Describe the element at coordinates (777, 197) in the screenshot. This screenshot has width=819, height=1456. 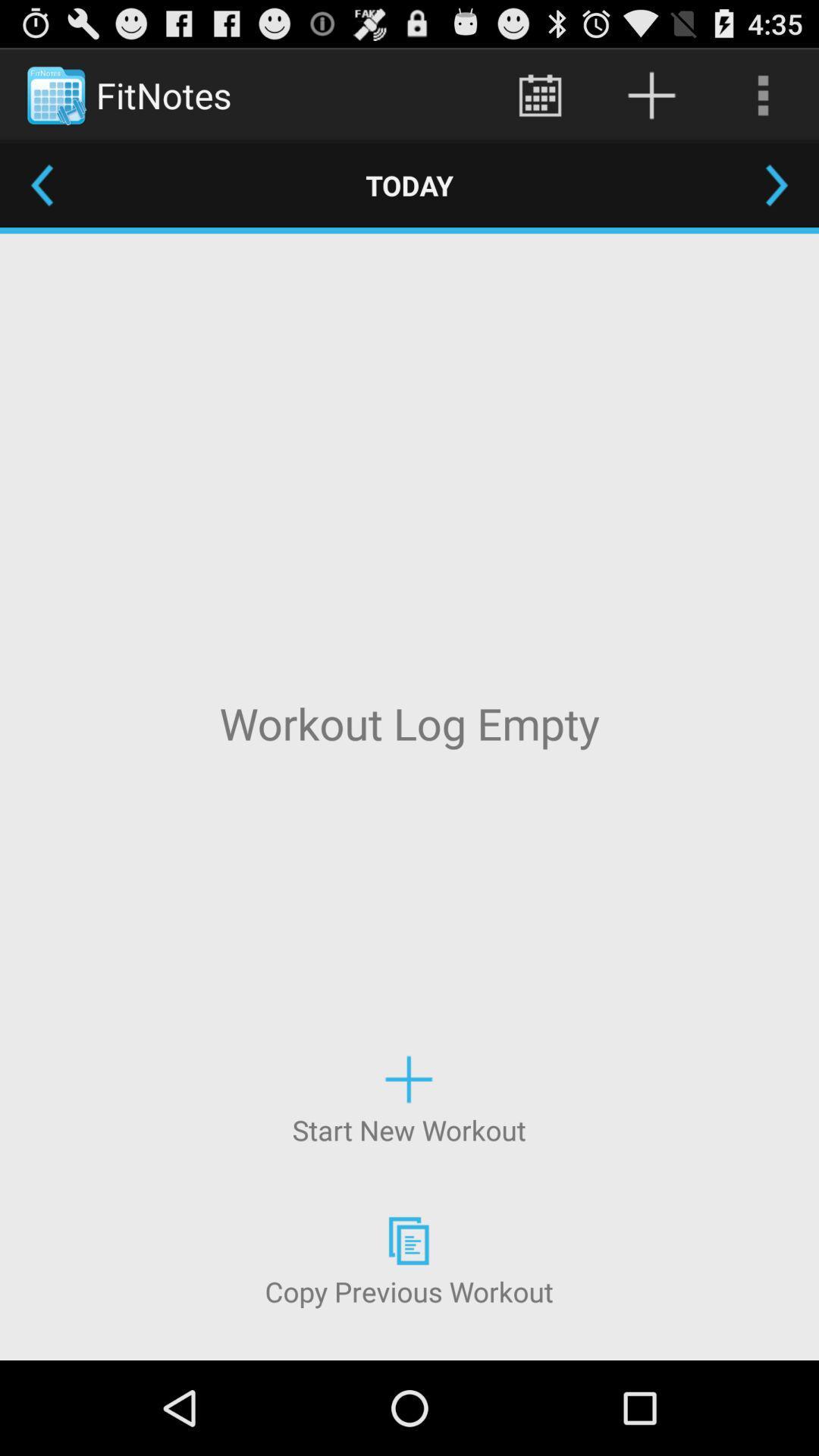
I see `the arrow_forward icon` at that location.